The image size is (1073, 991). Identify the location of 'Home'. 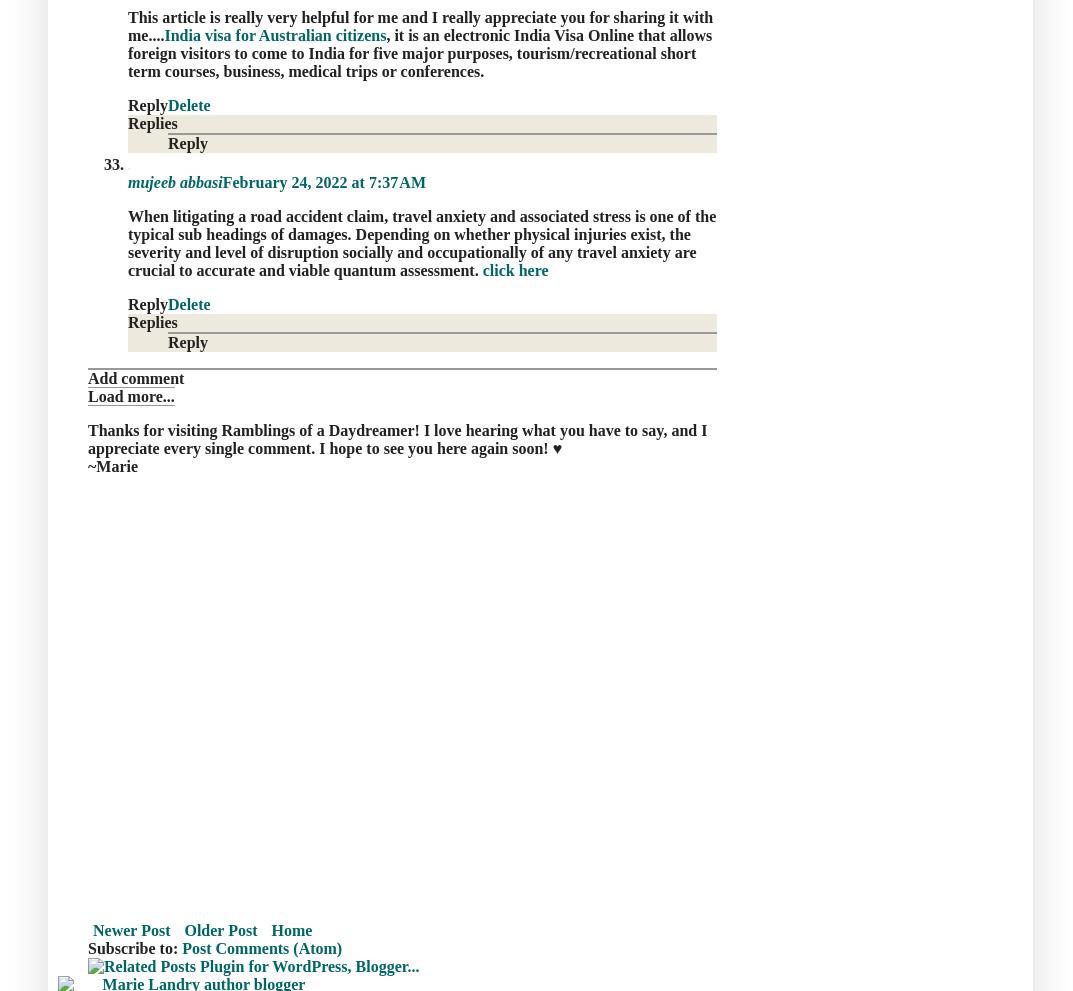
(290, 928).